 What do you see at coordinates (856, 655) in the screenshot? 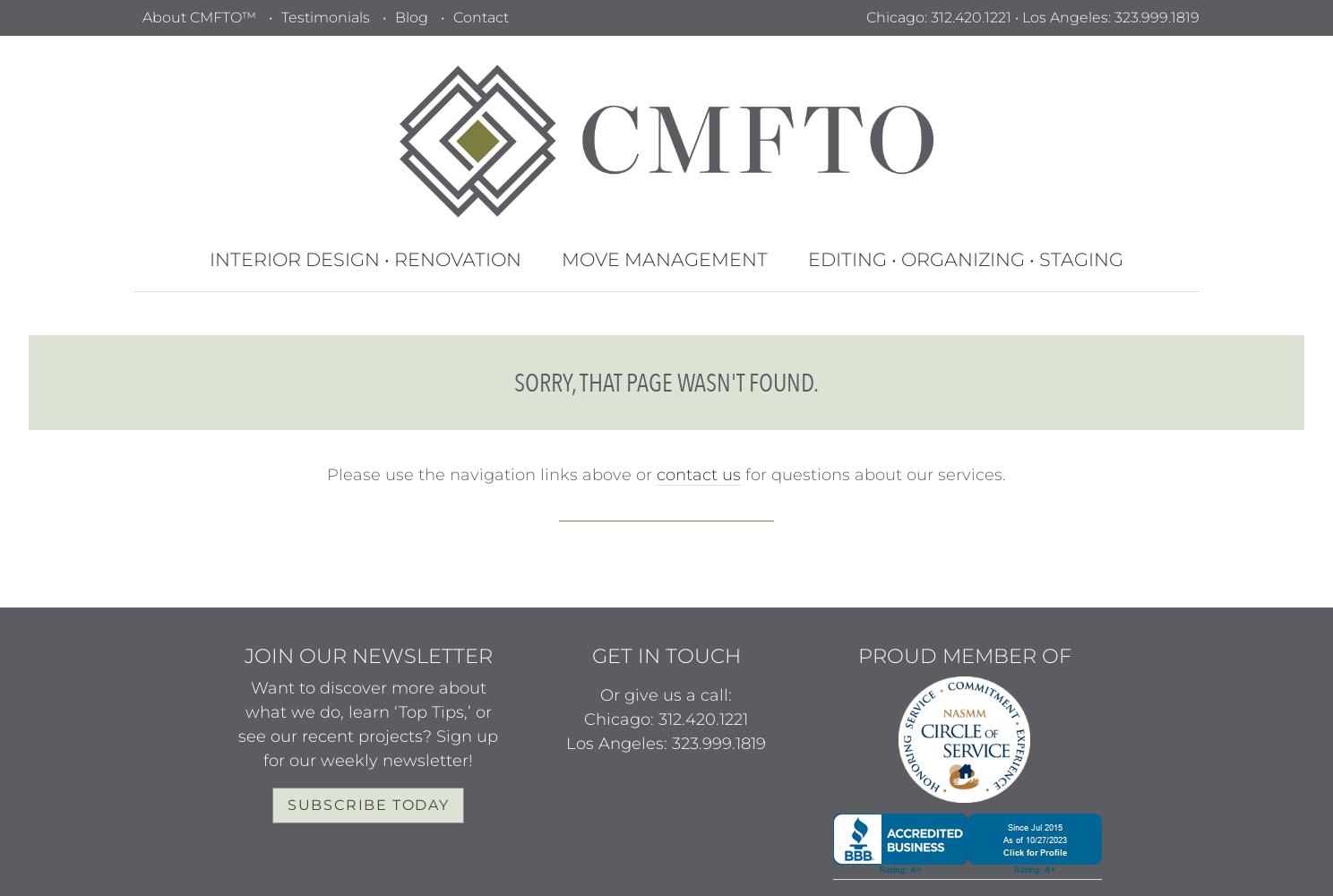
I see `'Proud Member Of'` at bounding box center [856, 655].